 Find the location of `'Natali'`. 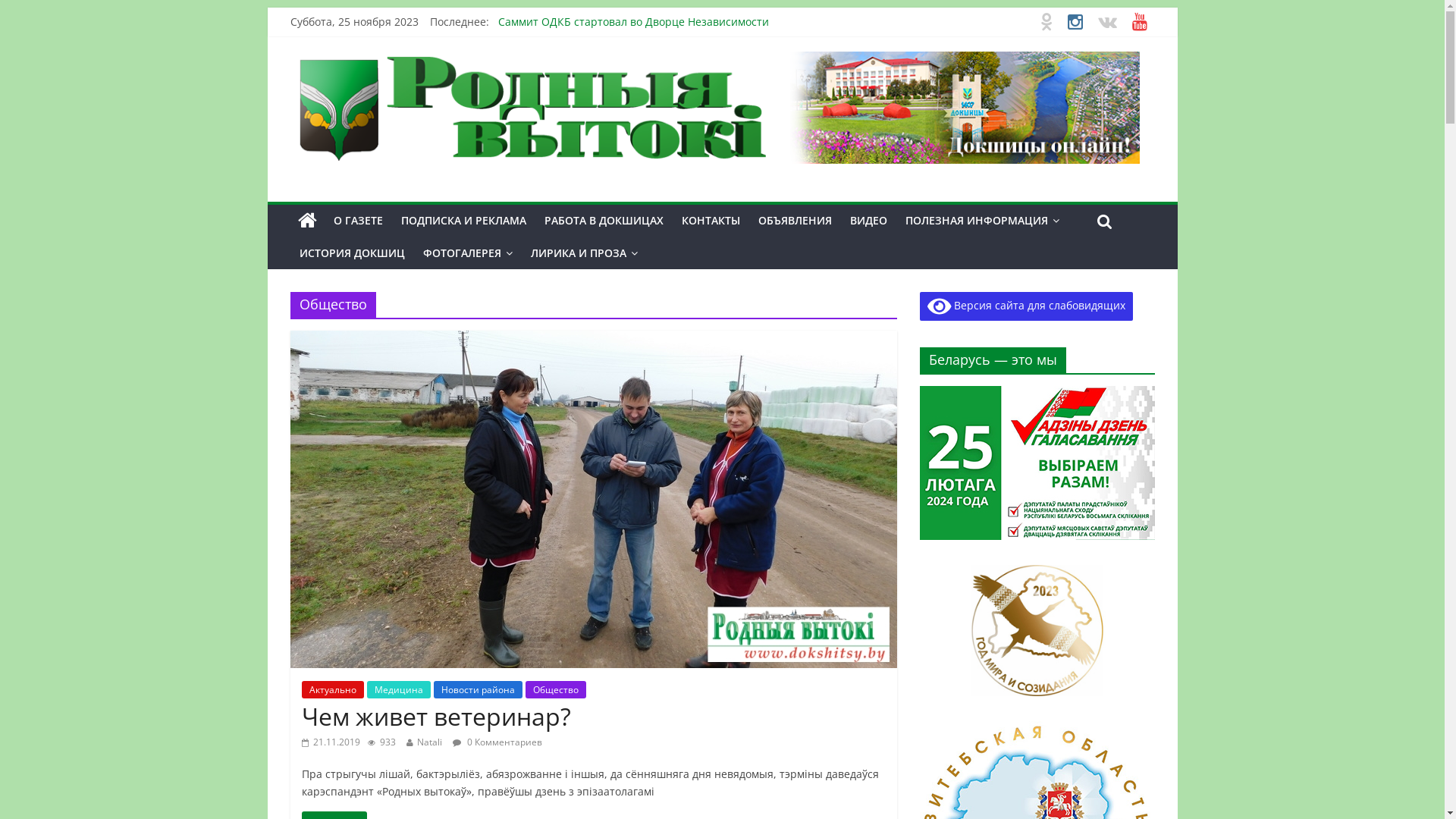

'Natali' is located at coordinates (428, 741).